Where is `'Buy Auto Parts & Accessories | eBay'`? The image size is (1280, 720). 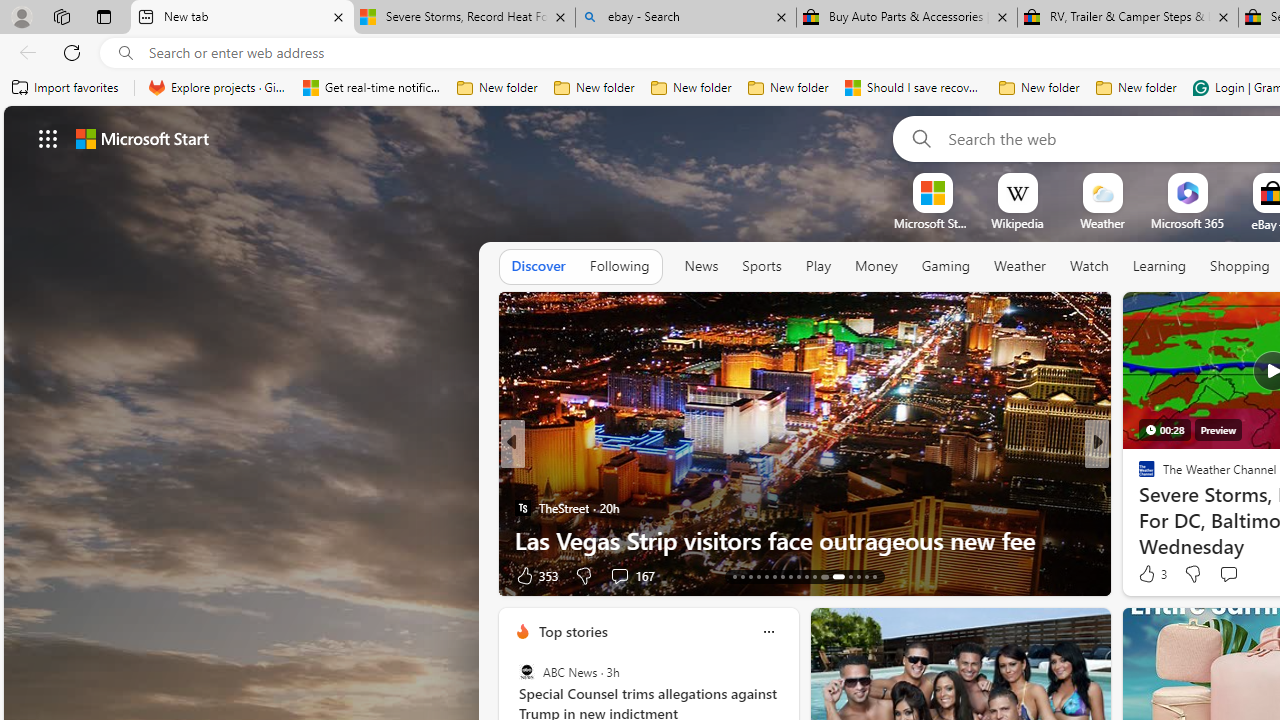 'Buy Auto Parts & Accessories | eBay' is located at coordinates (906, 17).